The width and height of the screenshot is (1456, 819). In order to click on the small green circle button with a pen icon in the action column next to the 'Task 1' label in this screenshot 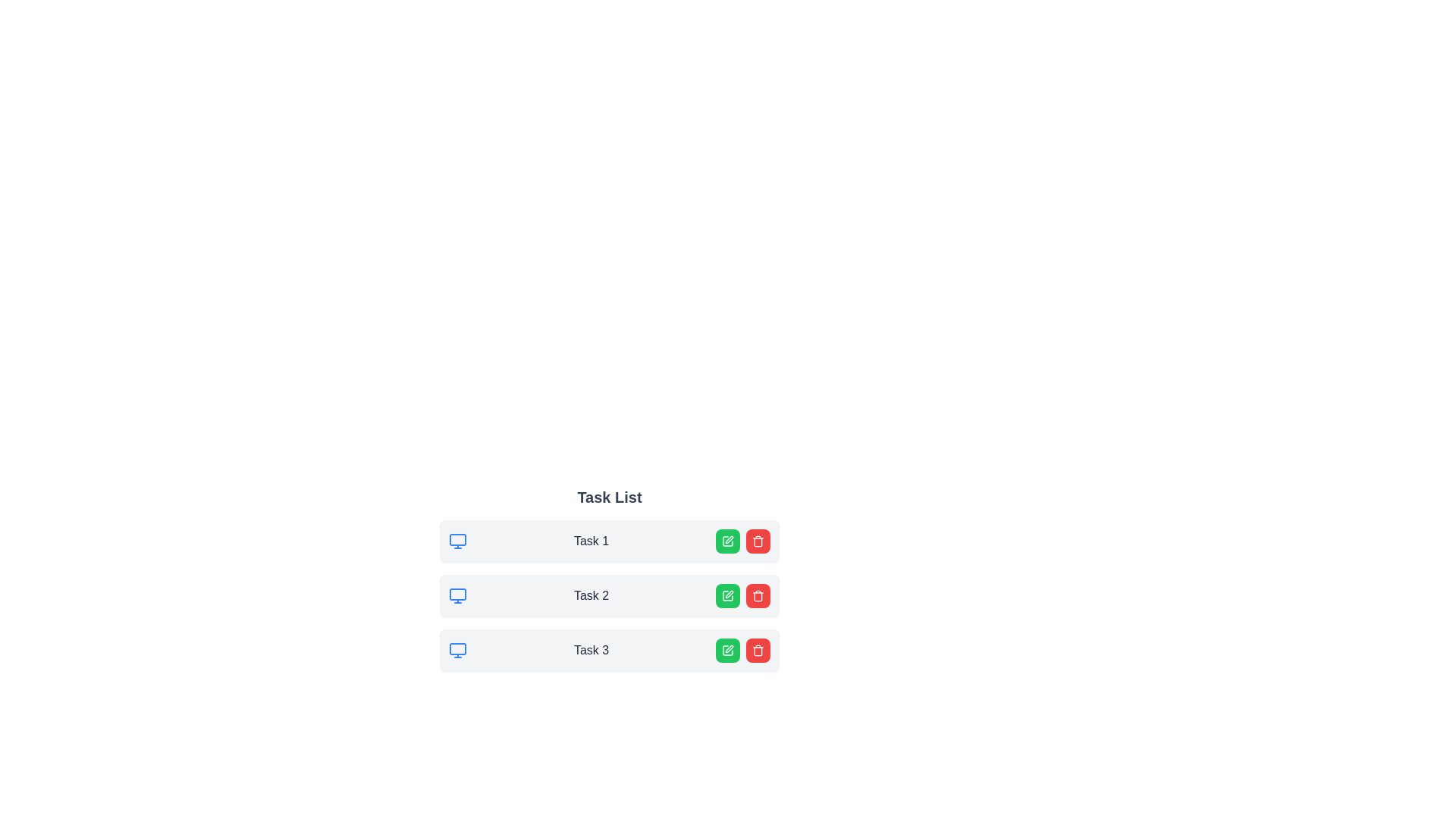, I will do `click(728, 540)`.